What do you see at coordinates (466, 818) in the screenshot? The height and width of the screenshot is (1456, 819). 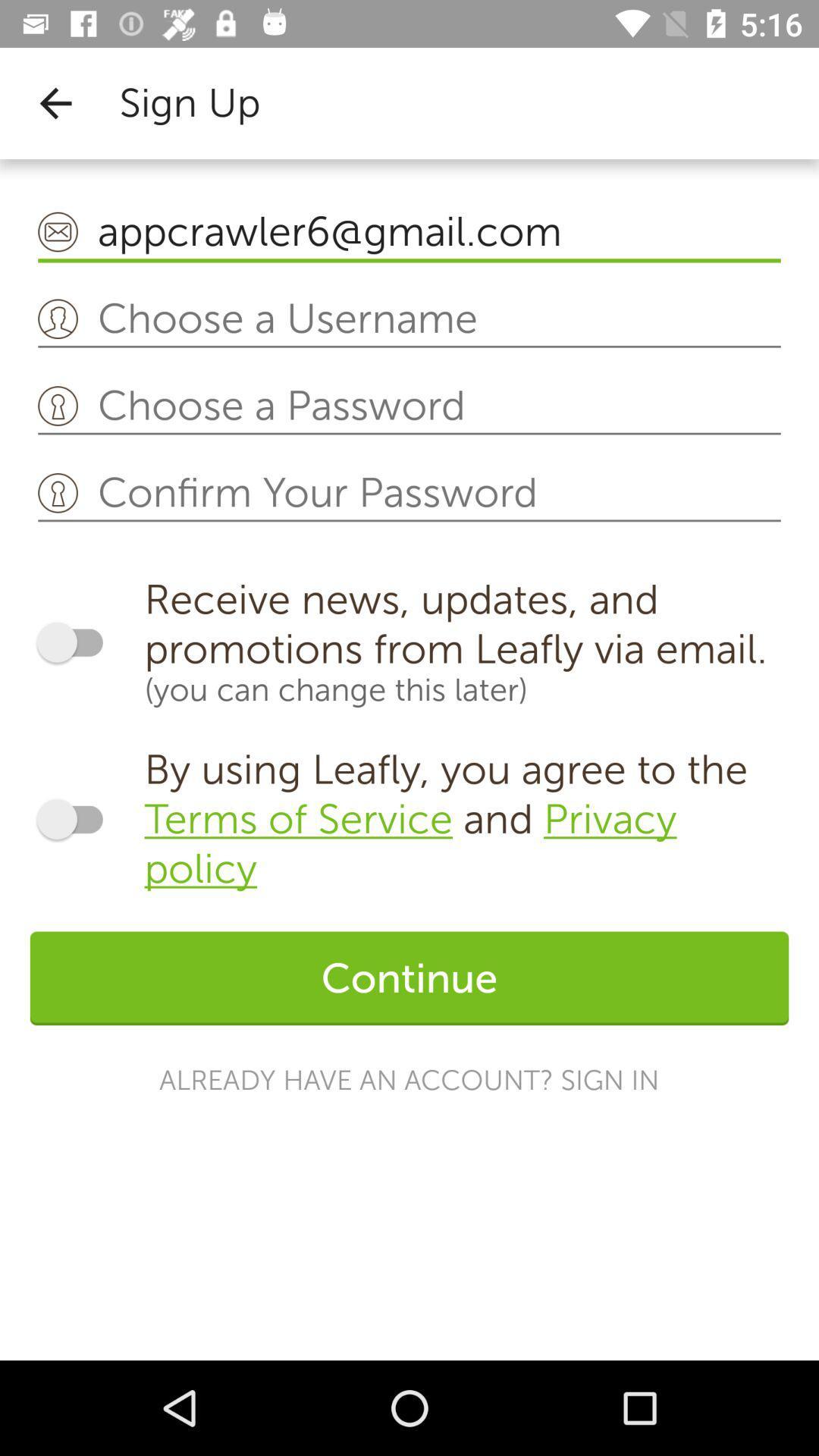 I see `icon below you can change icon` at bounding box center [466, 818].